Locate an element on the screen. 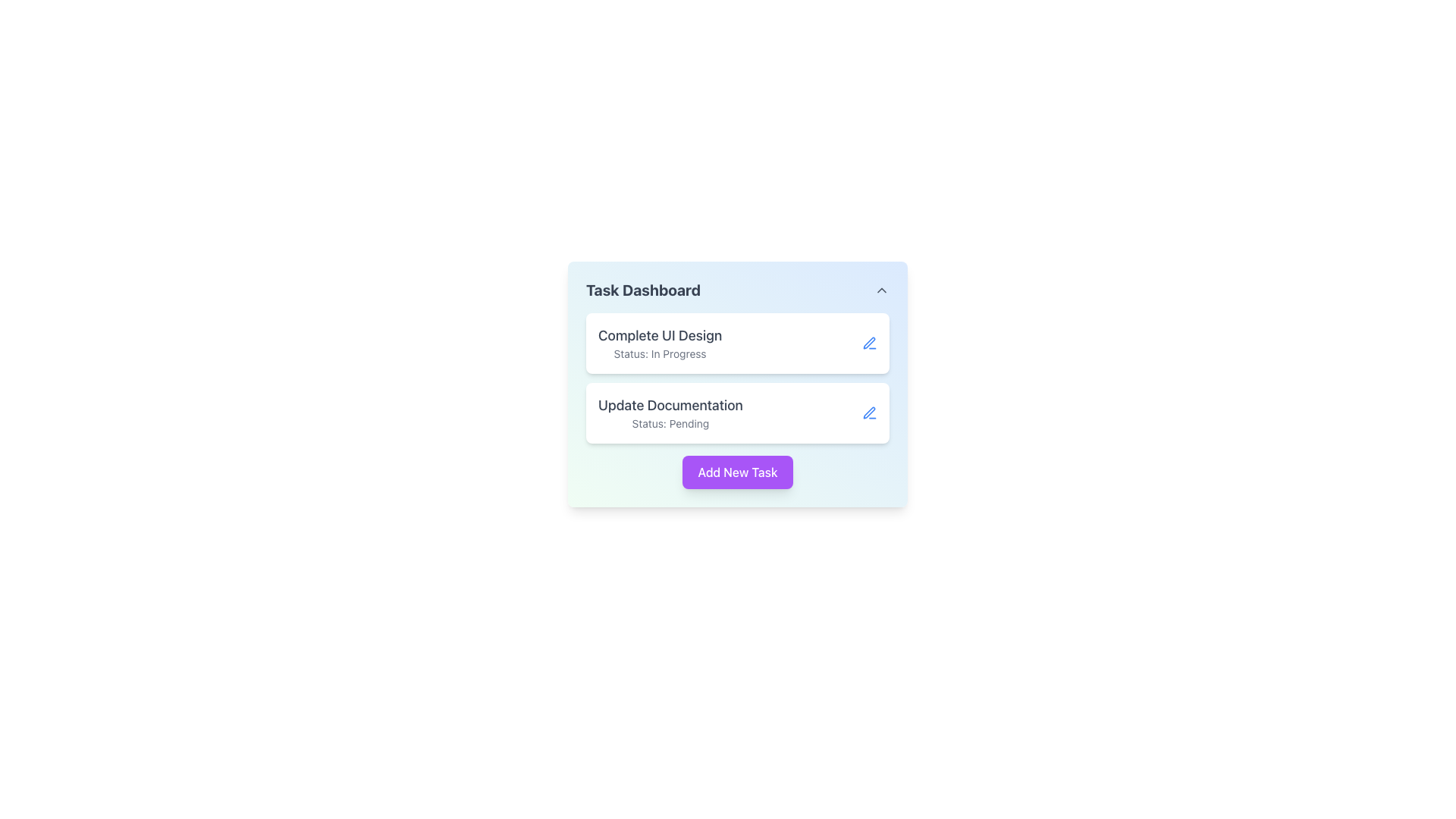 The width and height of the screenshot is (1456, 819). the collapsible toggle button located in the upper-right corner of the 'Task Dashboard' header to observe styling changes is located at coordinates (881, 290).